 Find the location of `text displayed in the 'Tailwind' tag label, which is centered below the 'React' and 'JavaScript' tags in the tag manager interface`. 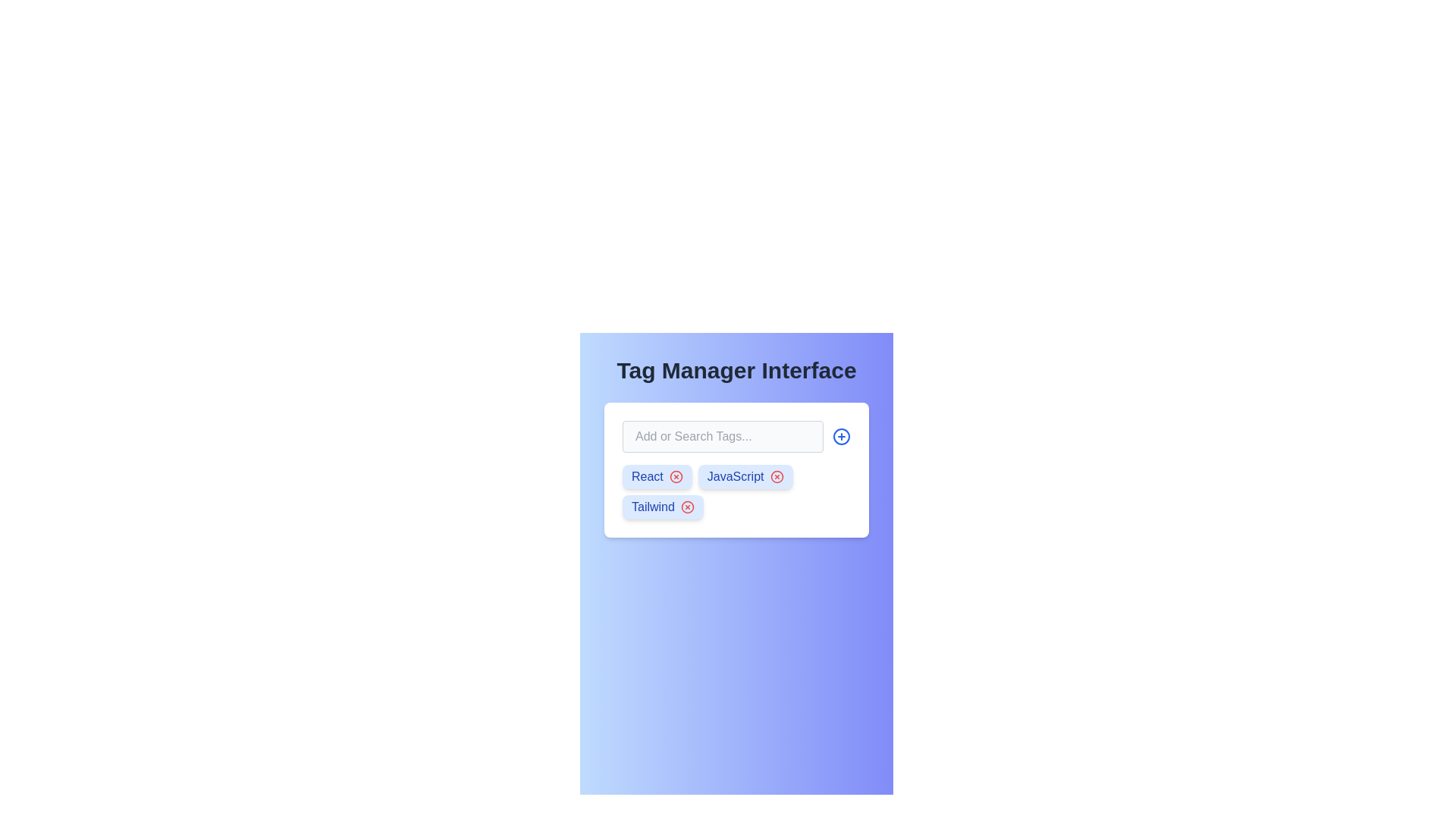

text displayed in the 'Tailwind' tag label, which is centered below the 'React' and 'JavaScript' tags in the tag manager interface is located at coordinates (653, 507).